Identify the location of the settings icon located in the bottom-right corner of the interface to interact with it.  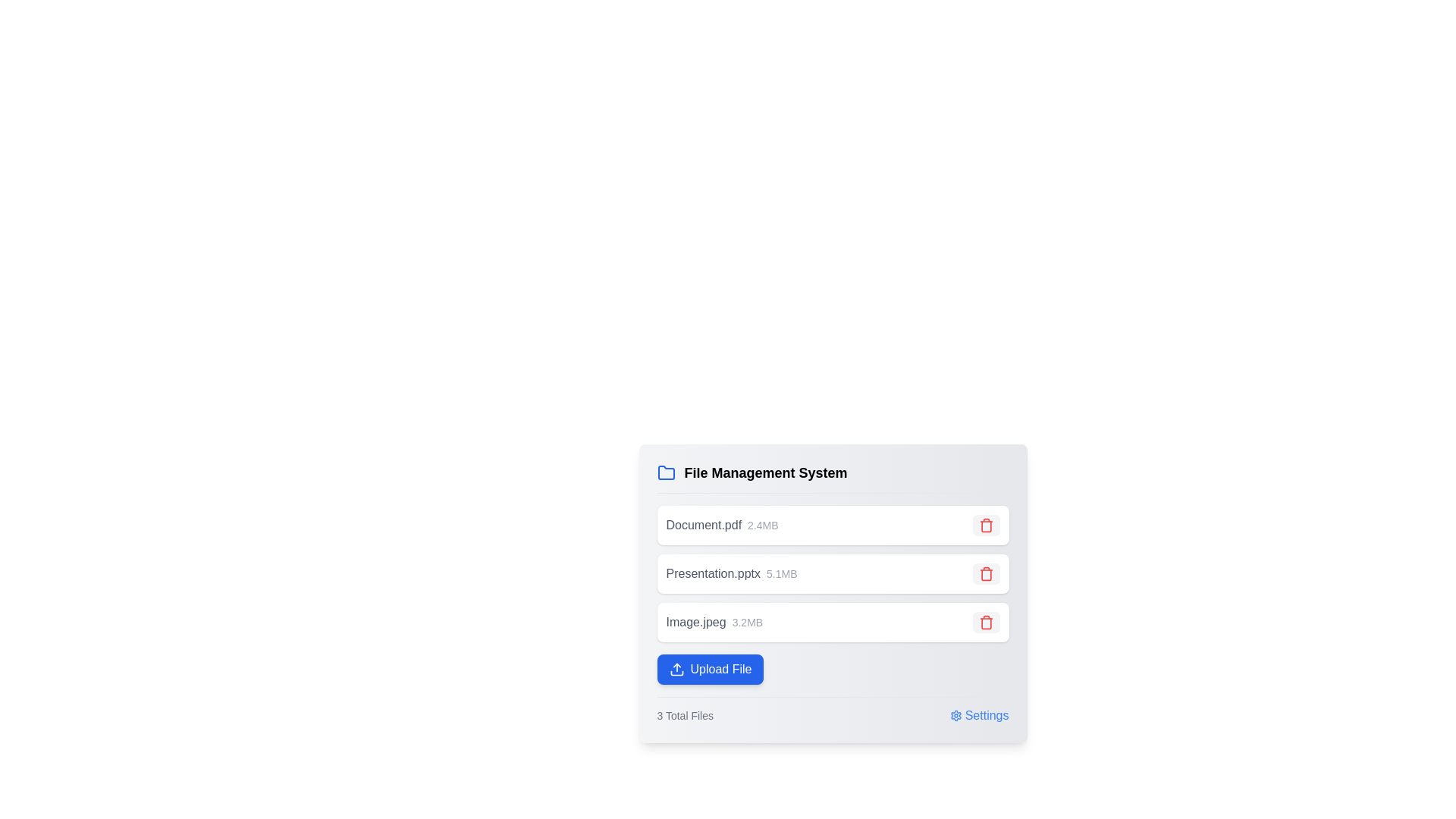
(955, 716).